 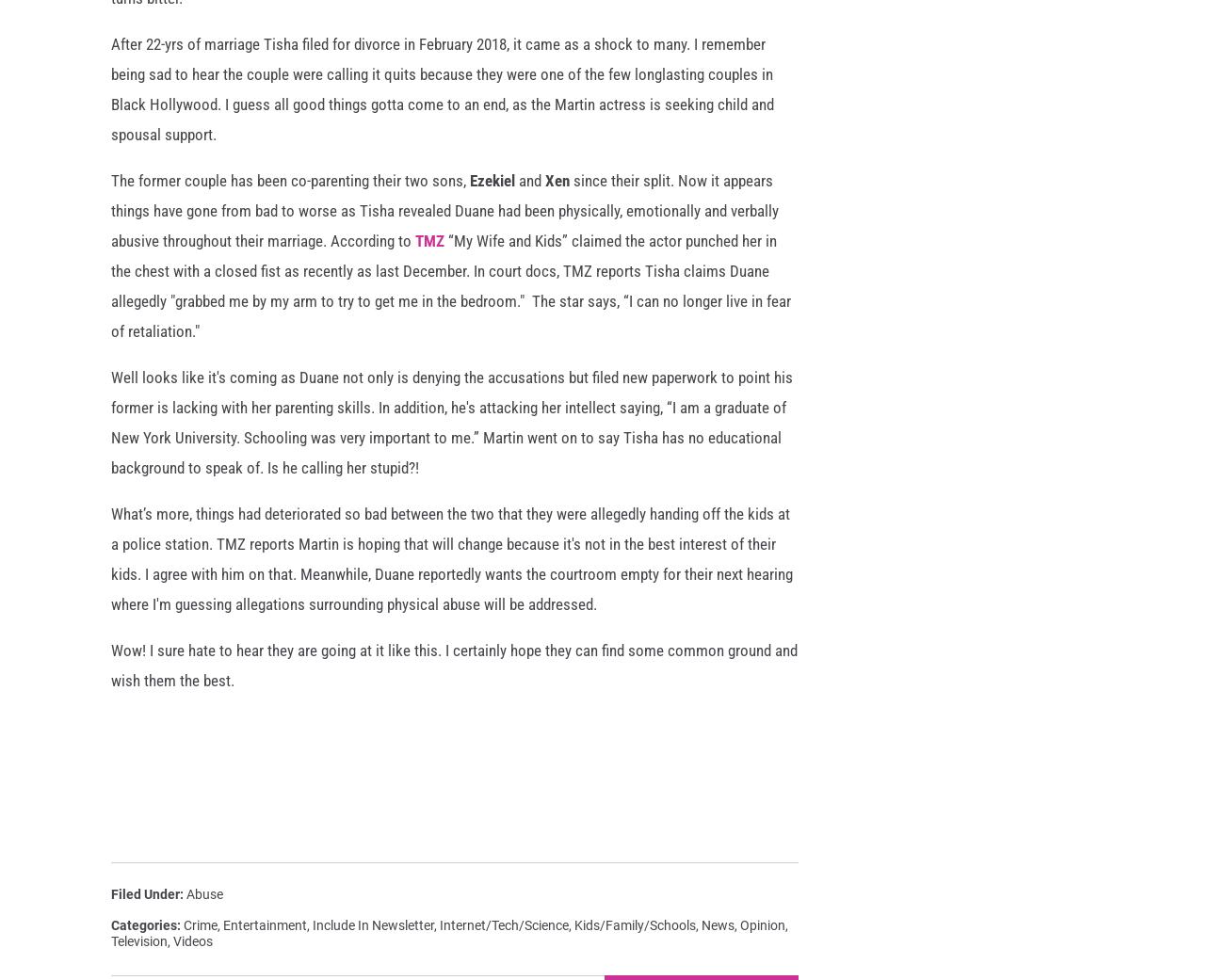 What do you see at coordinates (413, 253) in the screenshot?
I see `'TMZ'` at bounding box center [413, 253].